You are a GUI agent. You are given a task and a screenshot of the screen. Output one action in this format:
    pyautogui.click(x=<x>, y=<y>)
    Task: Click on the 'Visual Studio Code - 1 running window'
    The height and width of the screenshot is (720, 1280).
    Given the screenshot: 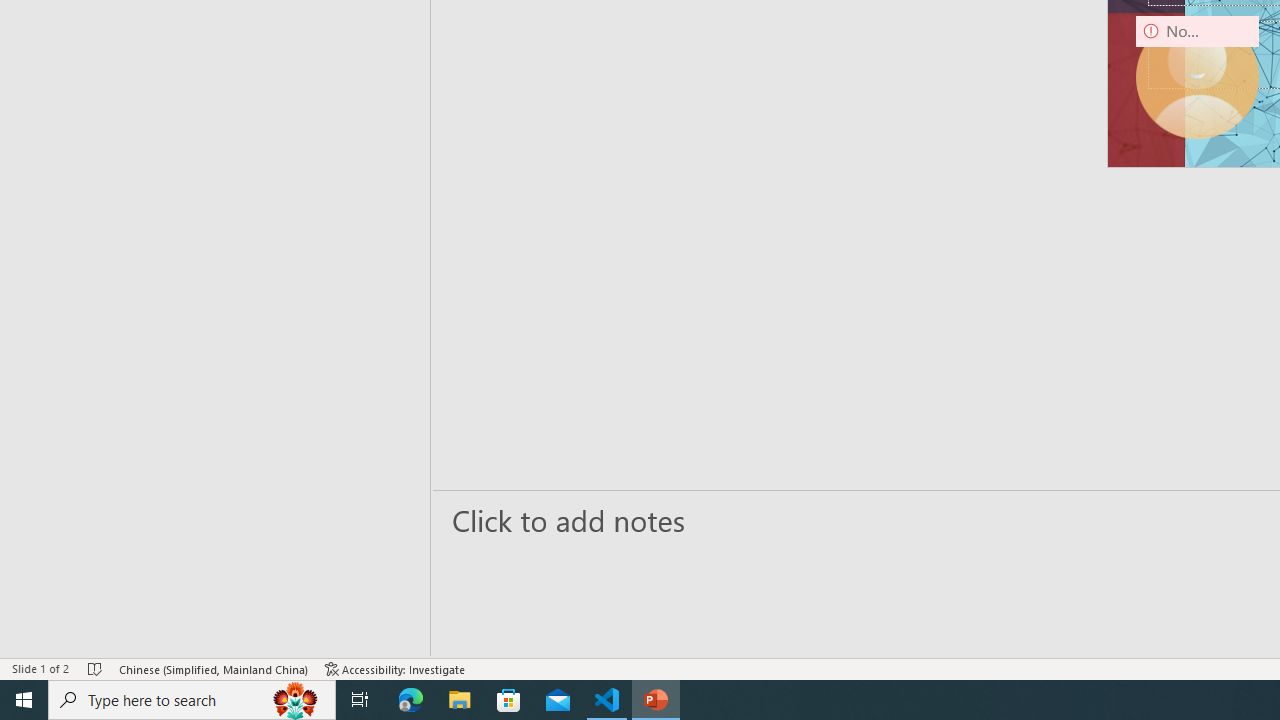 What is the action you would take?
    pyautogui.click(x=606, y=698)
    